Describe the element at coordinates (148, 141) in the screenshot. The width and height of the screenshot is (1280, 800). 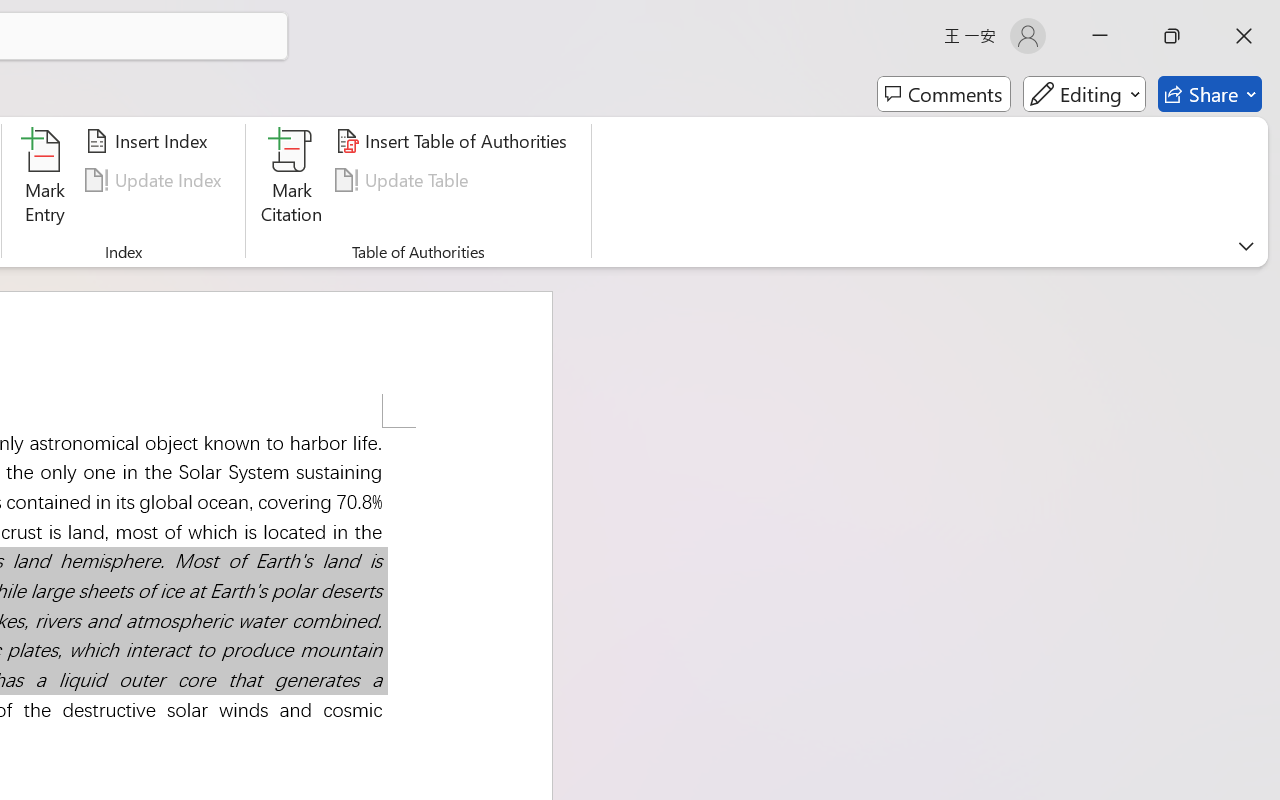
I see `'Insert Index...'` at that location.